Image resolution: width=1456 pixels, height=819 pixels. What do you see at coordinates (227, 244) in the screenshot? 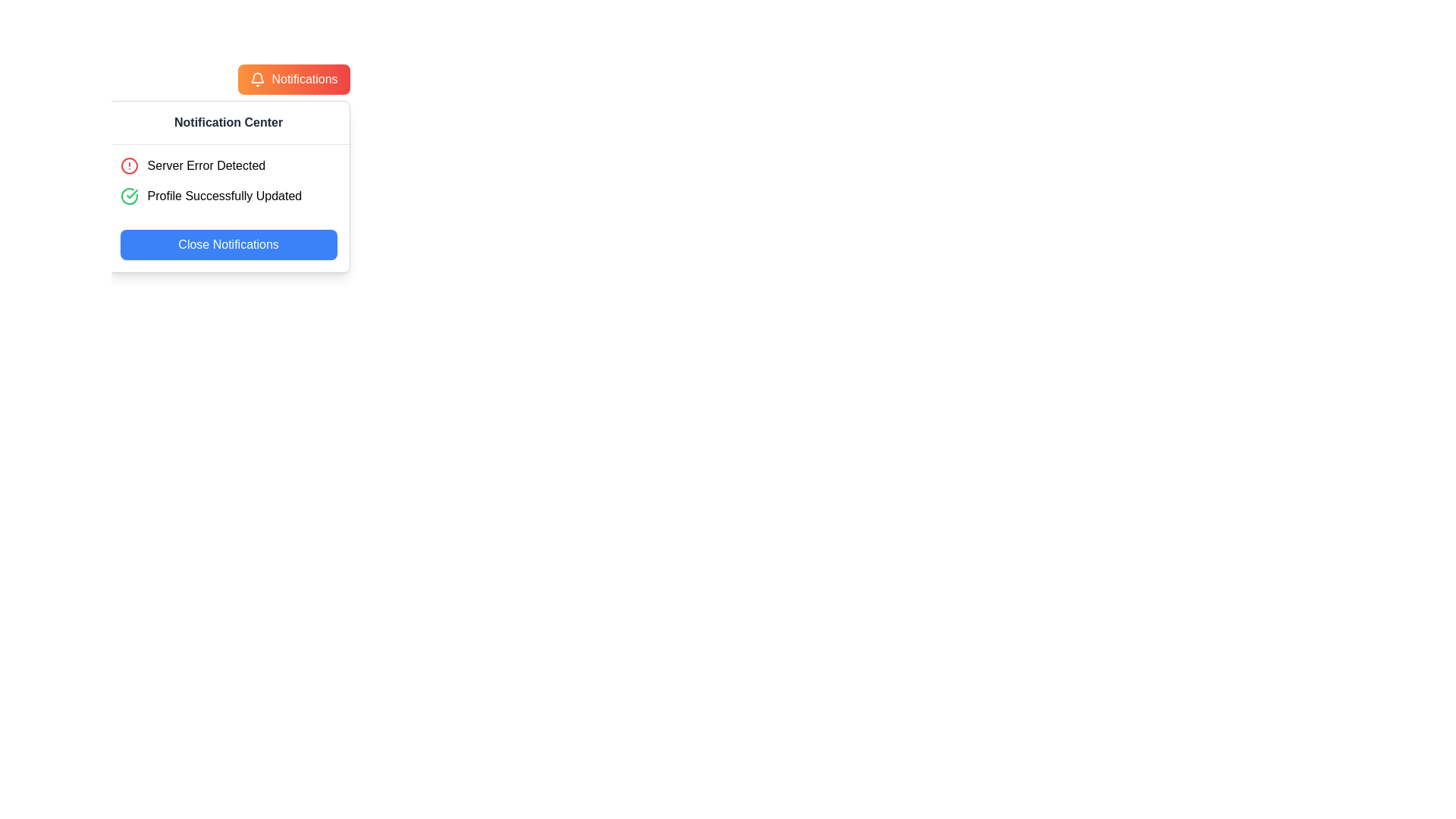
I see `the blue rectangular button with rounded corners labeled 'Close Notifications'` at bounding box center [227, 244].